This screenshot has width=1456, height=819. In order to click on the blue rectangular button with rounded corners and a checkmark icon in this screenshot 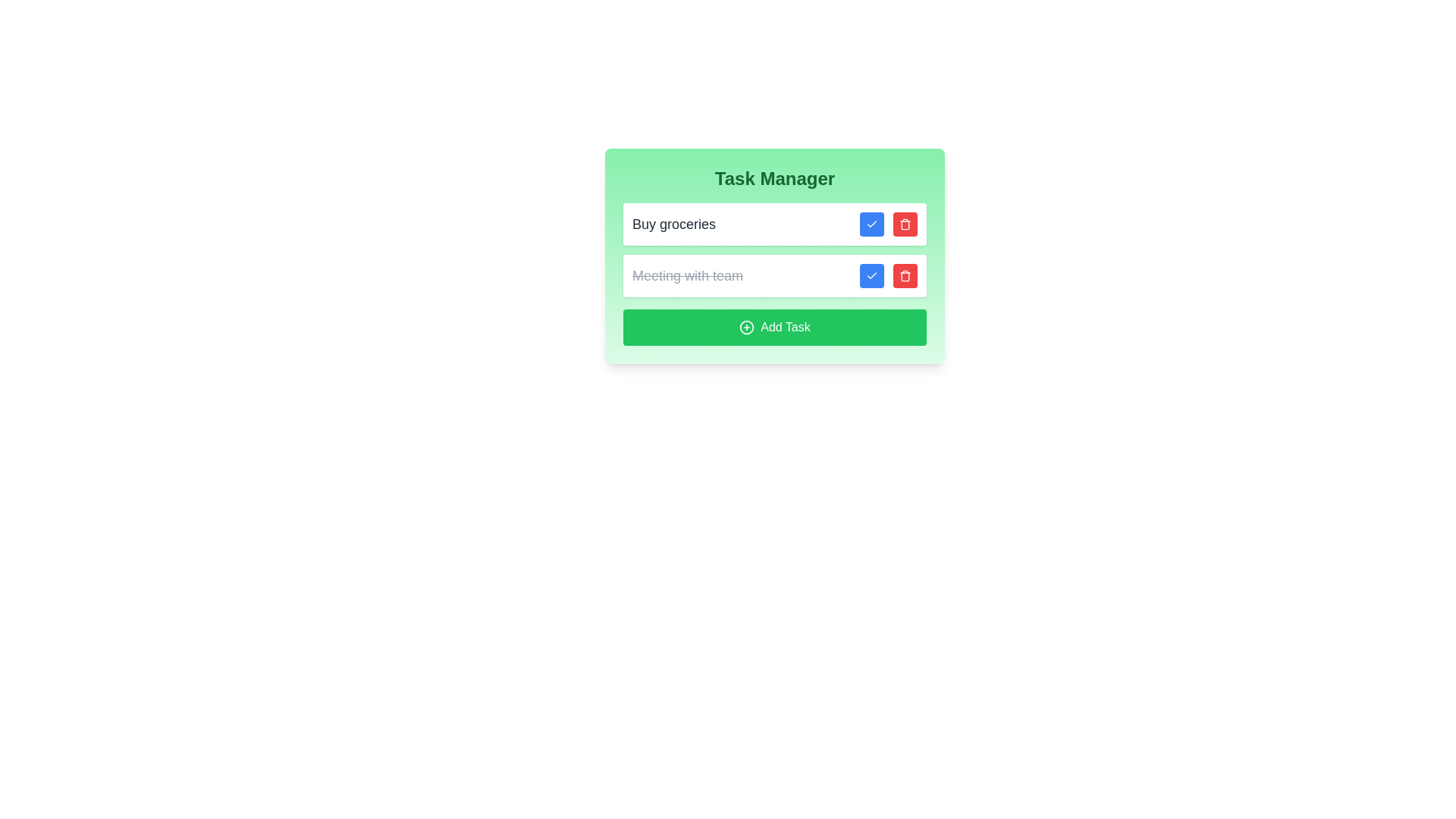, I will do `click(872, 224)`.